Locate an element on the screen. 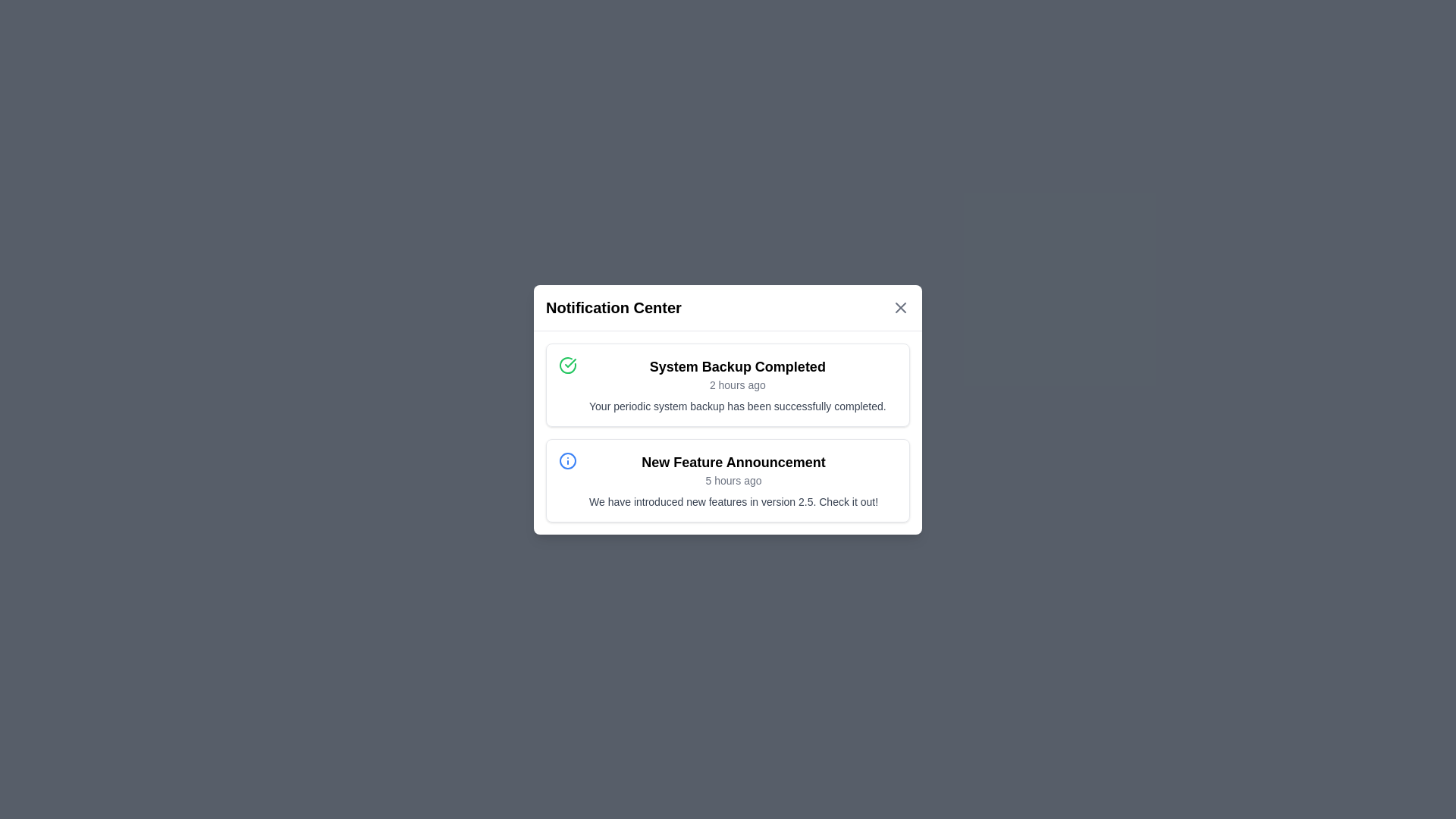 This screenshot has height=819, width=1456. the static text label reading '5 hours ago,' which is positioned below the 'New Feature Announcement' header in the Notification Center popup is located at coordinates (733, 480).